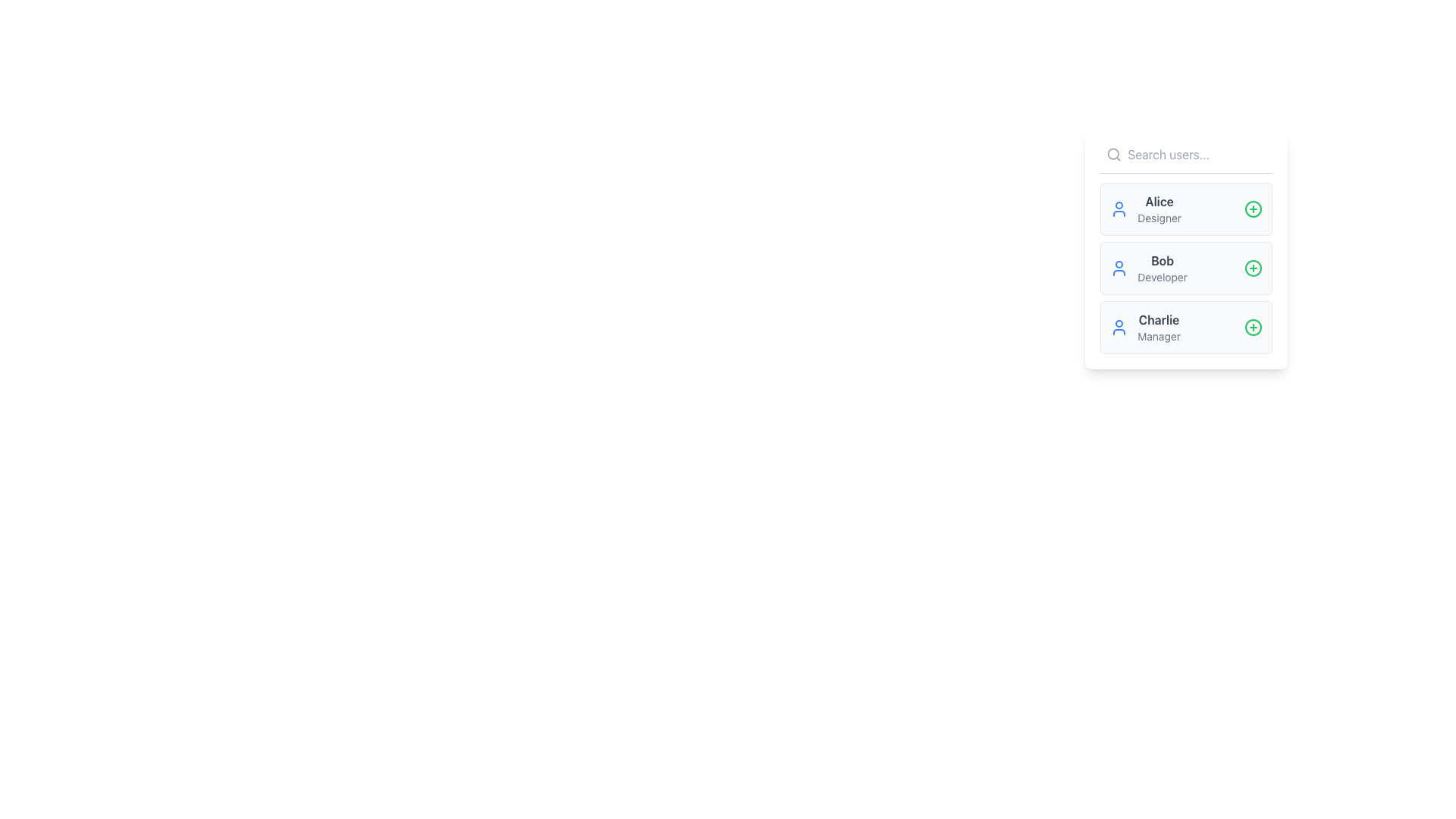 The height and width of the screenshot is (819, 1456). What do you see at coordinates (1253, 209) in the screenshot?
I see `the circular green plus icon located to the right of the user entry labeled 'Alice' in the vertical list to receive feedback` at bounding box center [1253, 209].